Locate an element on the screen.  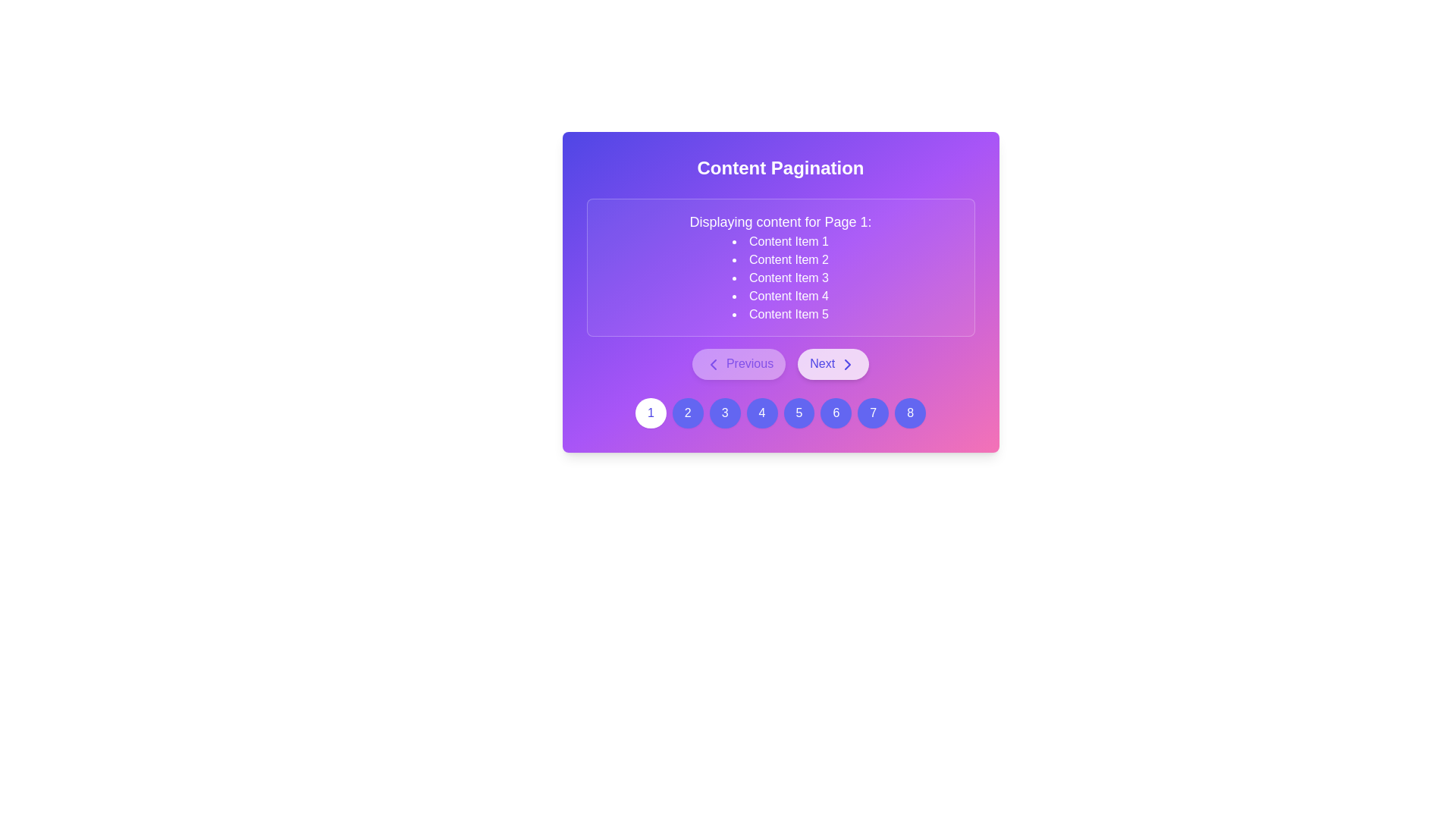
the fifth pagination button located at the bottom of the dialog box to observe interactive effects is located at coordinates (798, 413).